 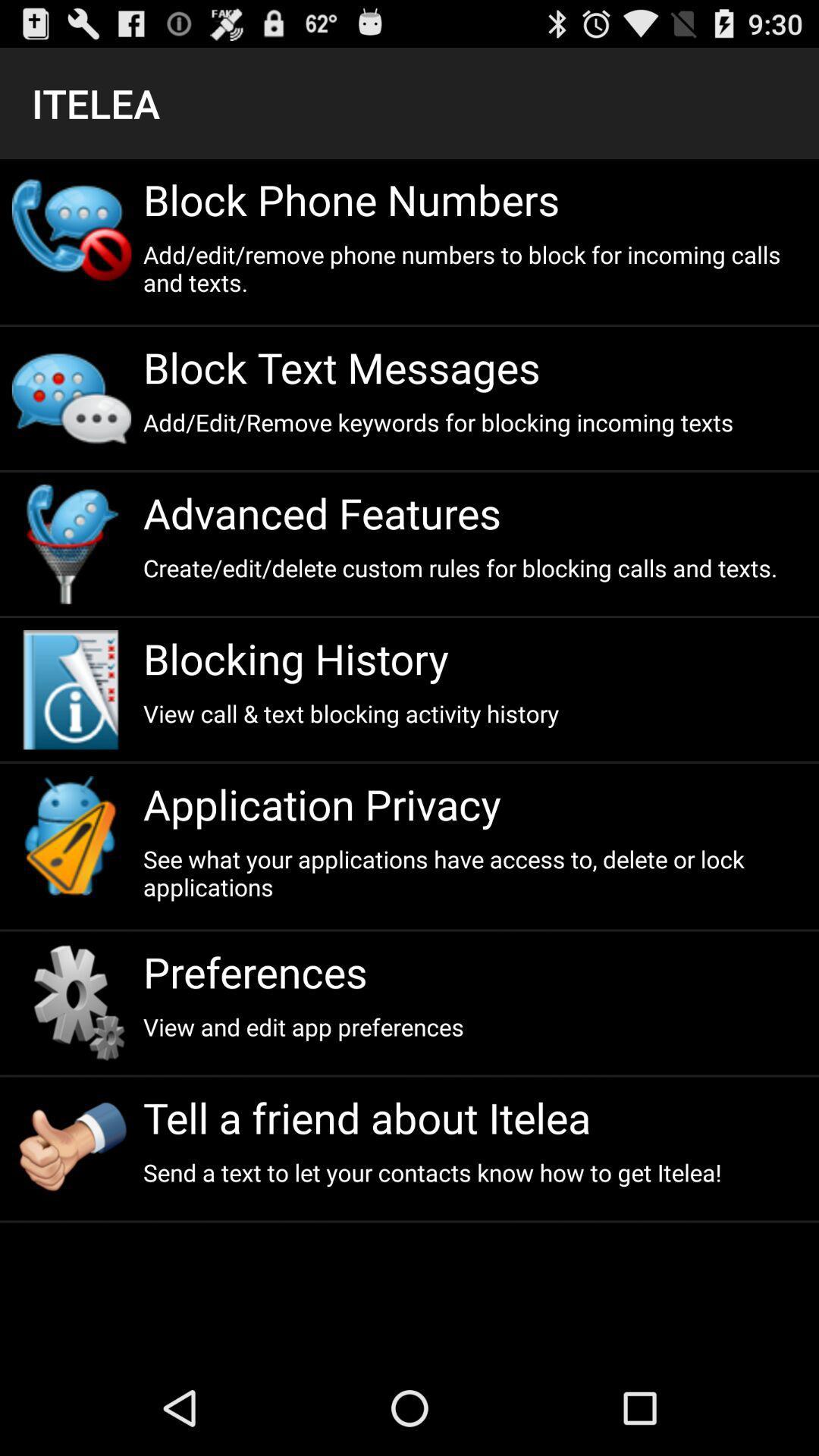 I want to click on the advanced features item, so click(x=474, y=513).